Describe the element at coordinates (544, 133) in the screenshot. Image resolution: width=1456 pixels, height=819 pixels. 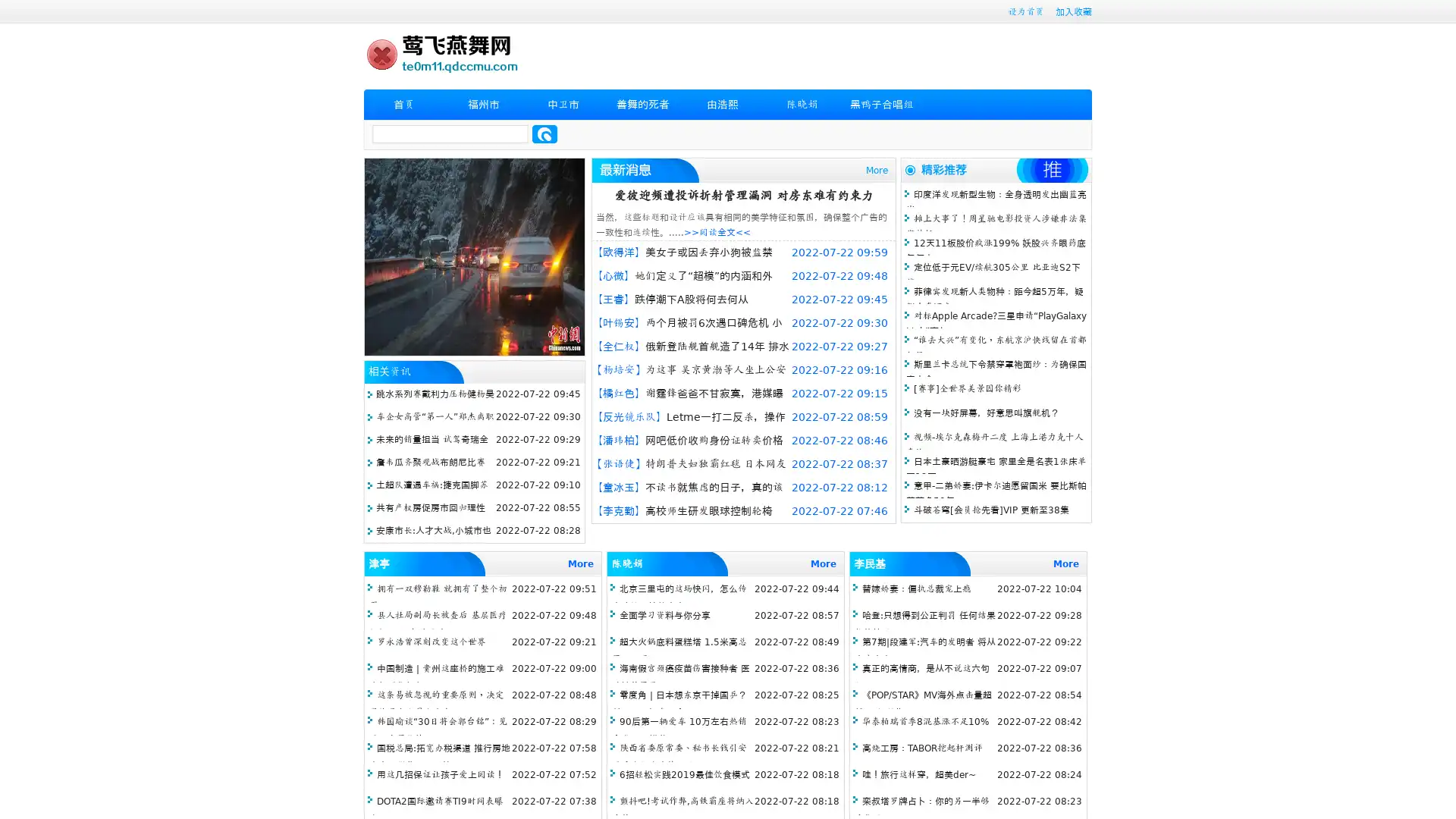
I see `Search` at that location.